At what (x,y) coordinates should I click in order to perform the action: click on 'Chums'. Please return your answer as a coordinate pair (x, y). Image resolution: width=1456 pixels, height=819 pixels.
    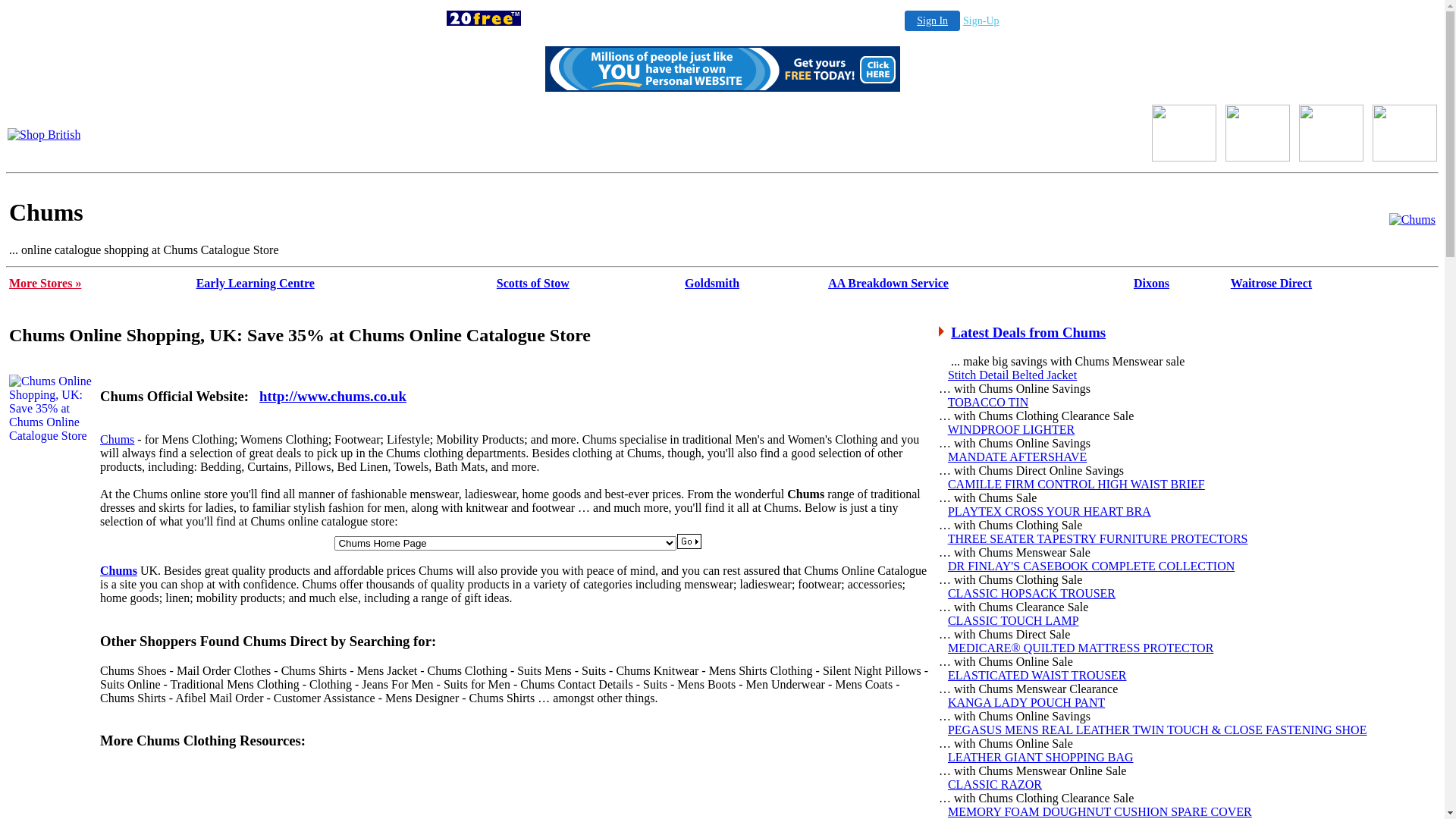
    Looking at the image, I should click on (116, 439).